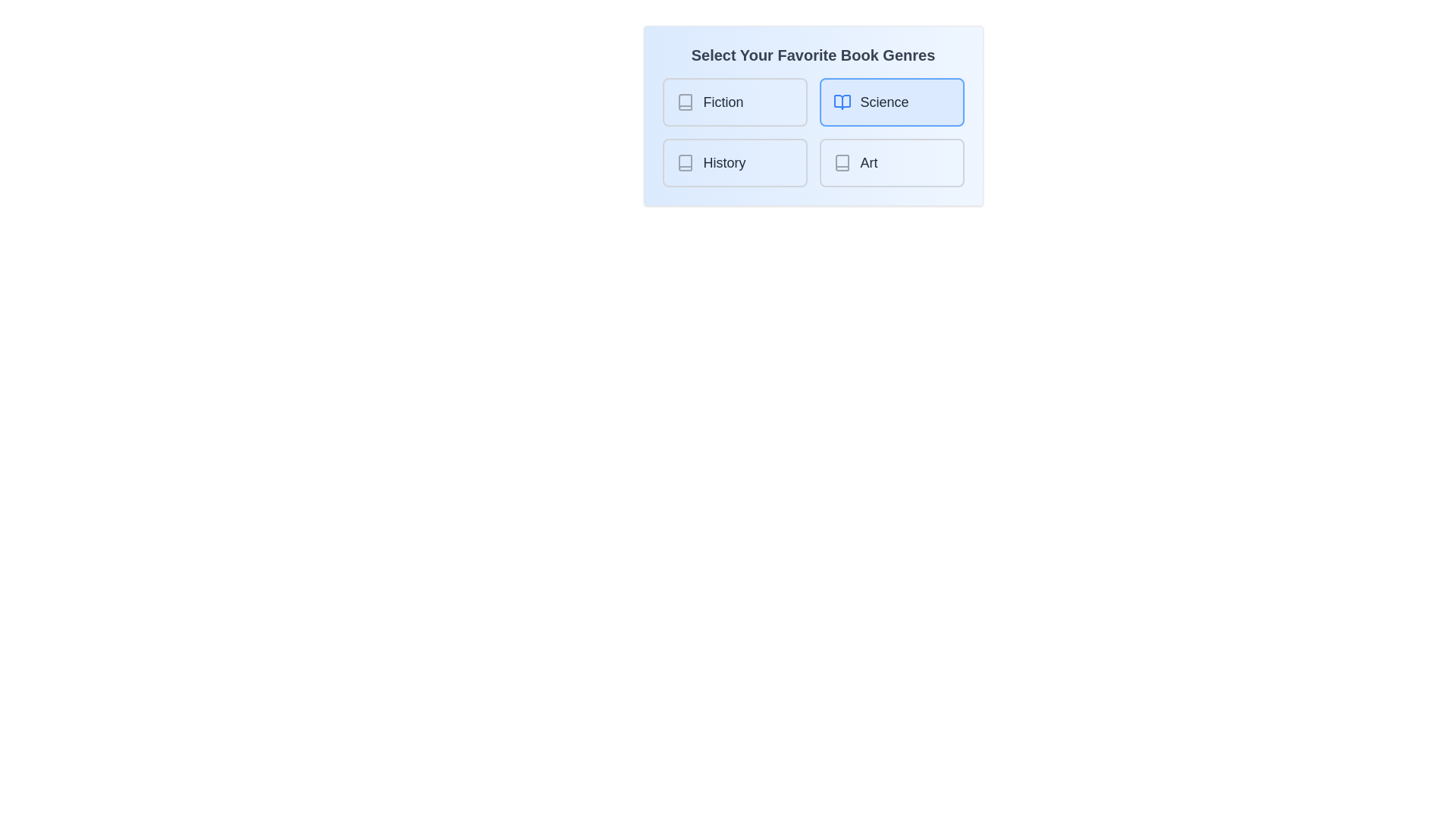  I want to click on the selection state of the genre Fiction, so click(735, 102).